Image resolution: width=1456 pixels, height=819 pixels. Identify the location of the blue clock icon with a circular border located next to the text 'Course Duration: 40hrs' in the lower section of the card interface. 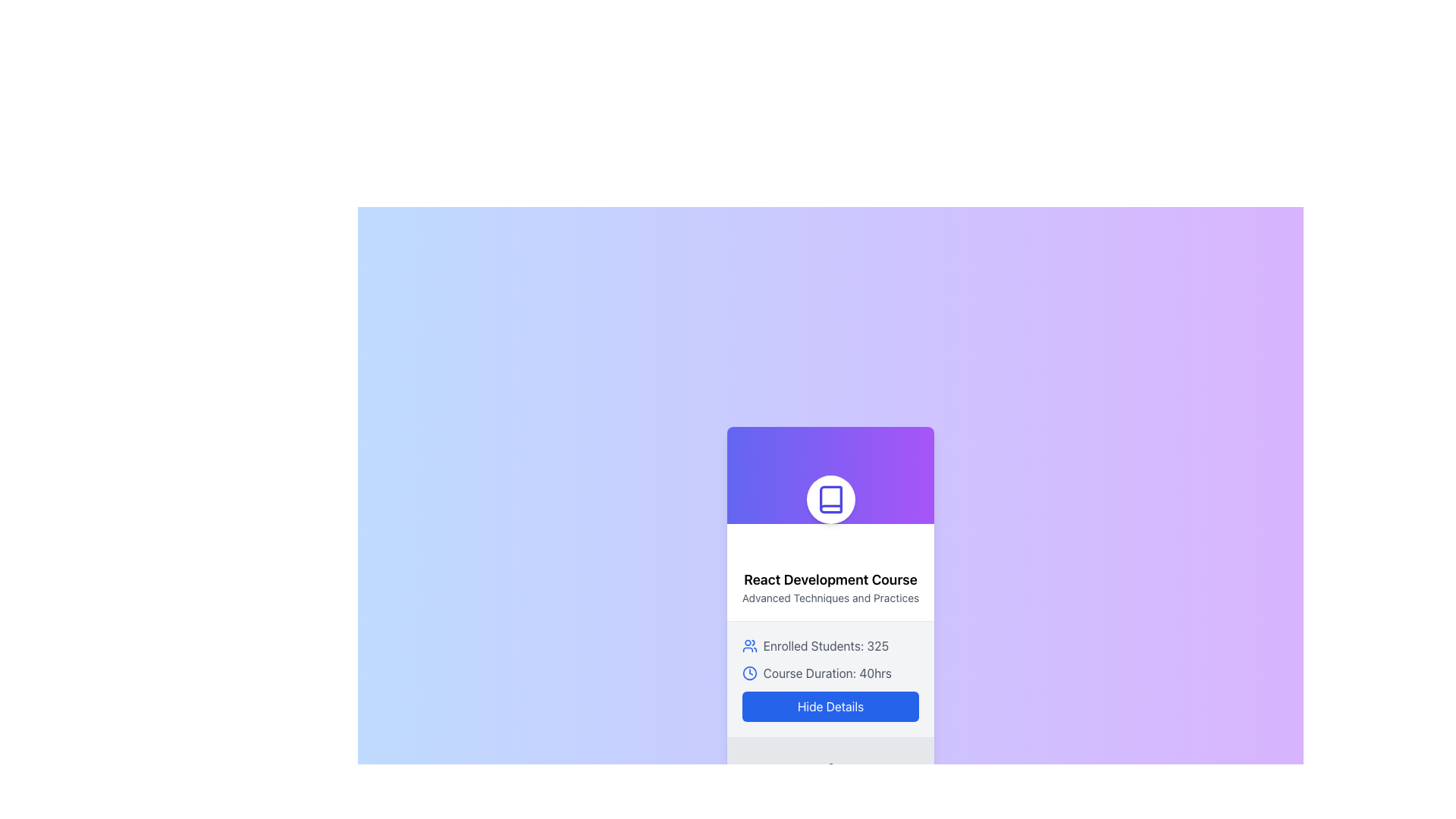
(749, 672).